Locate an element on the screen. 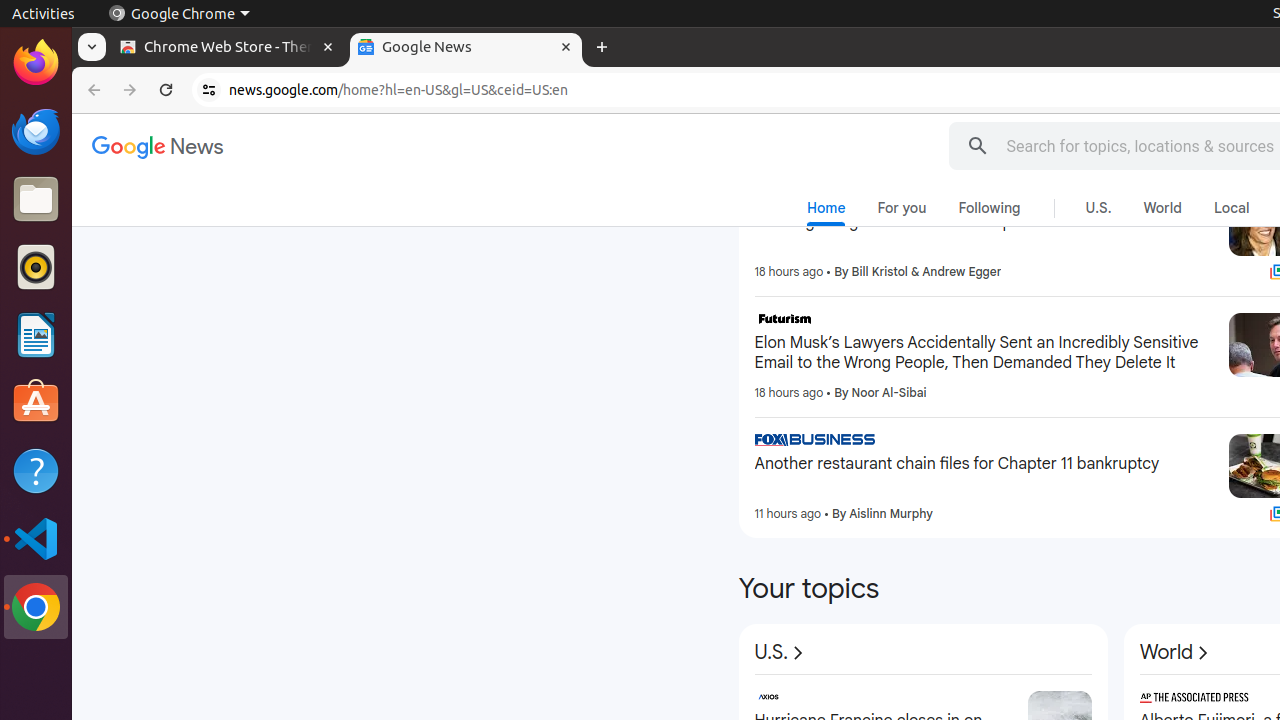 This screenshot has width=1280, height=720. 'Firefox Web Browser' is located at coordinates (35, 61).